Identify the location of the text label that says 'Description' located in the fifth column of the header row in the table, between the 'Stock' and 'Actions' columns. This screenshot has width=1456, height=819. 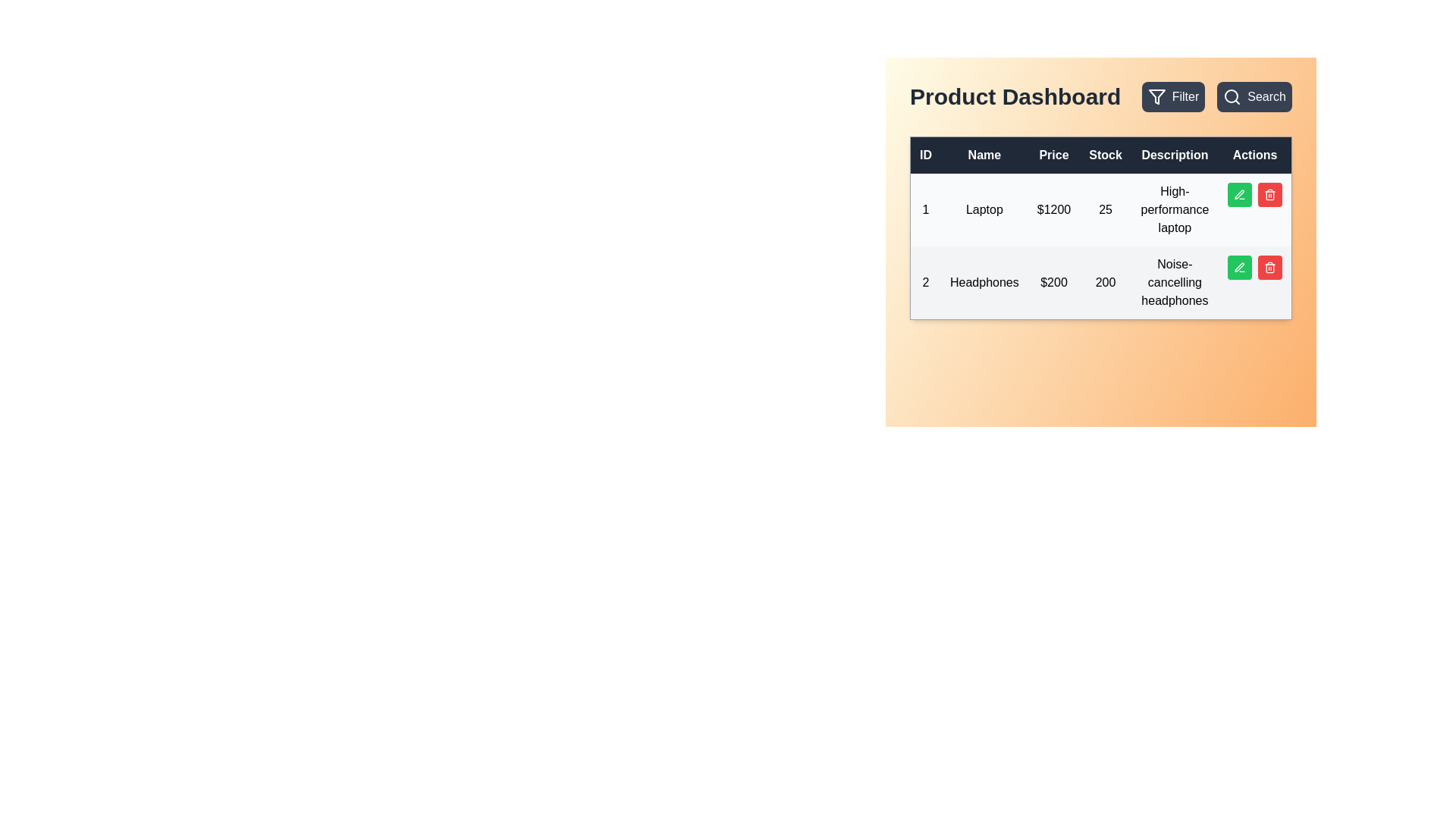
(1174, 155).